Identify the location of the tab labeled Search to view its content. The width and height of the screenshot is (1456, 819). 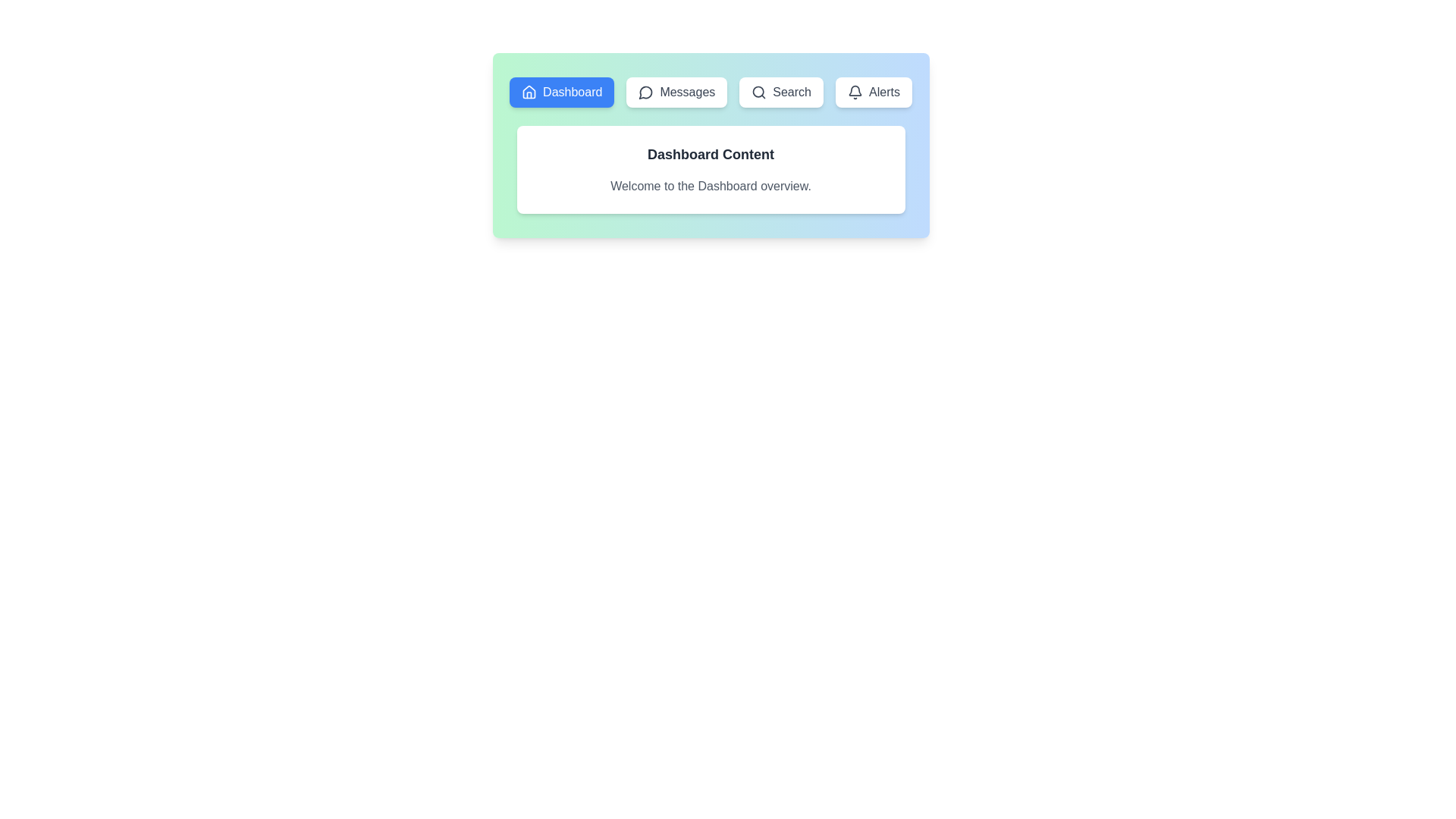
(782, 93).